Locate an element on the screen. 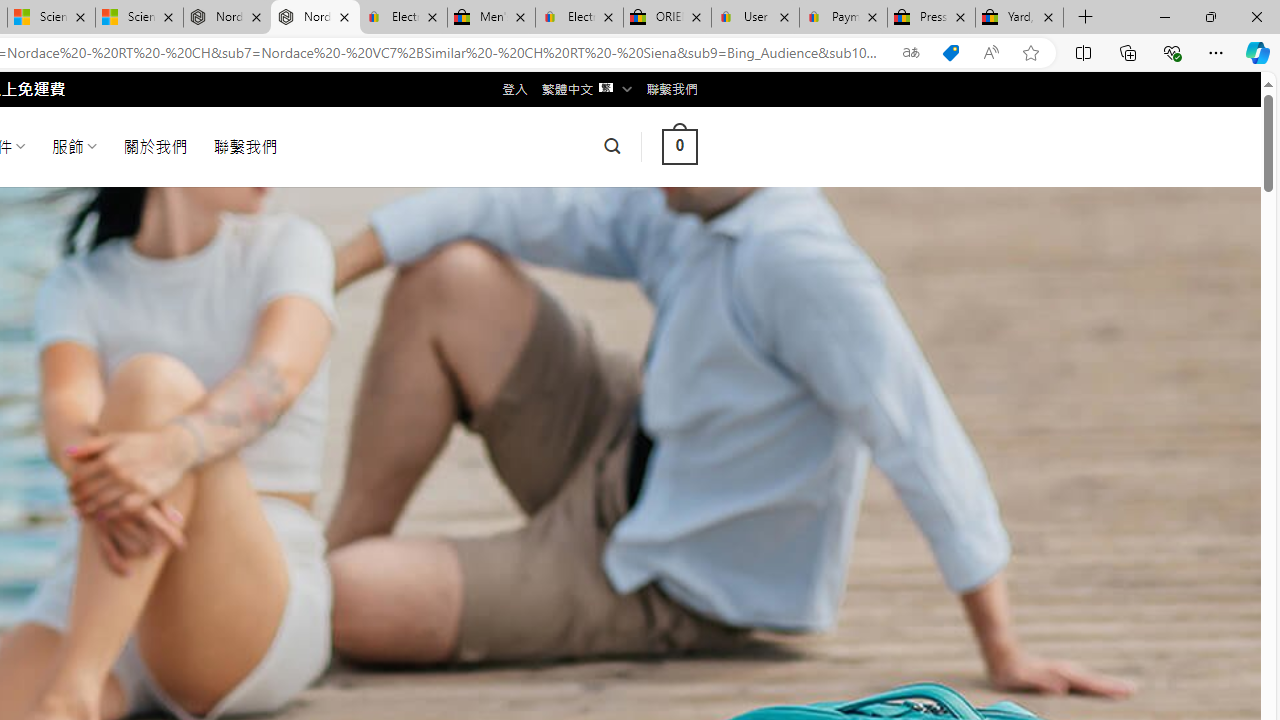  '  0  ' is located at coordinates (679, 145).